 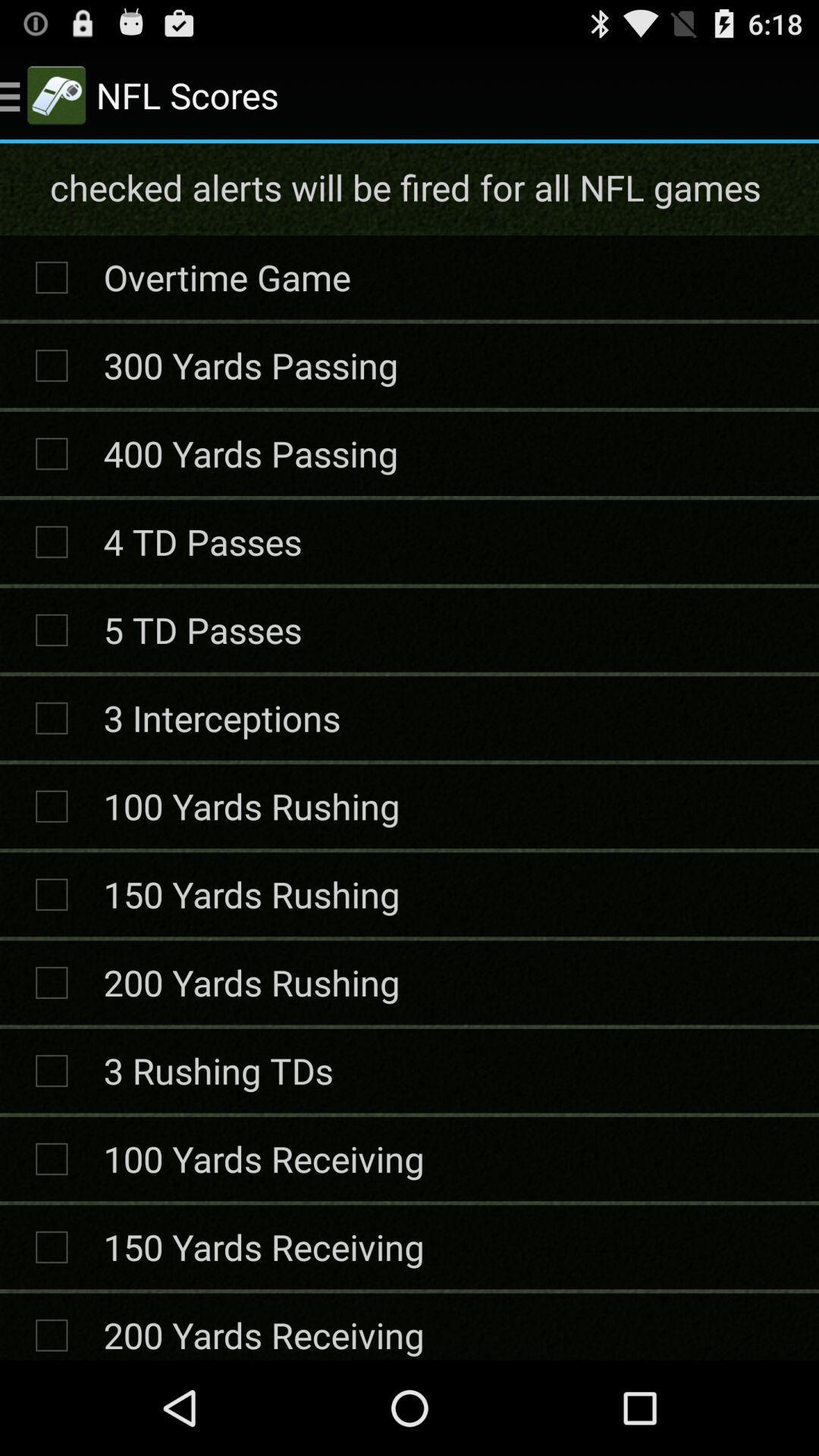 I want to click on the app below the checked alerts will item, so click(x=227, y=277).